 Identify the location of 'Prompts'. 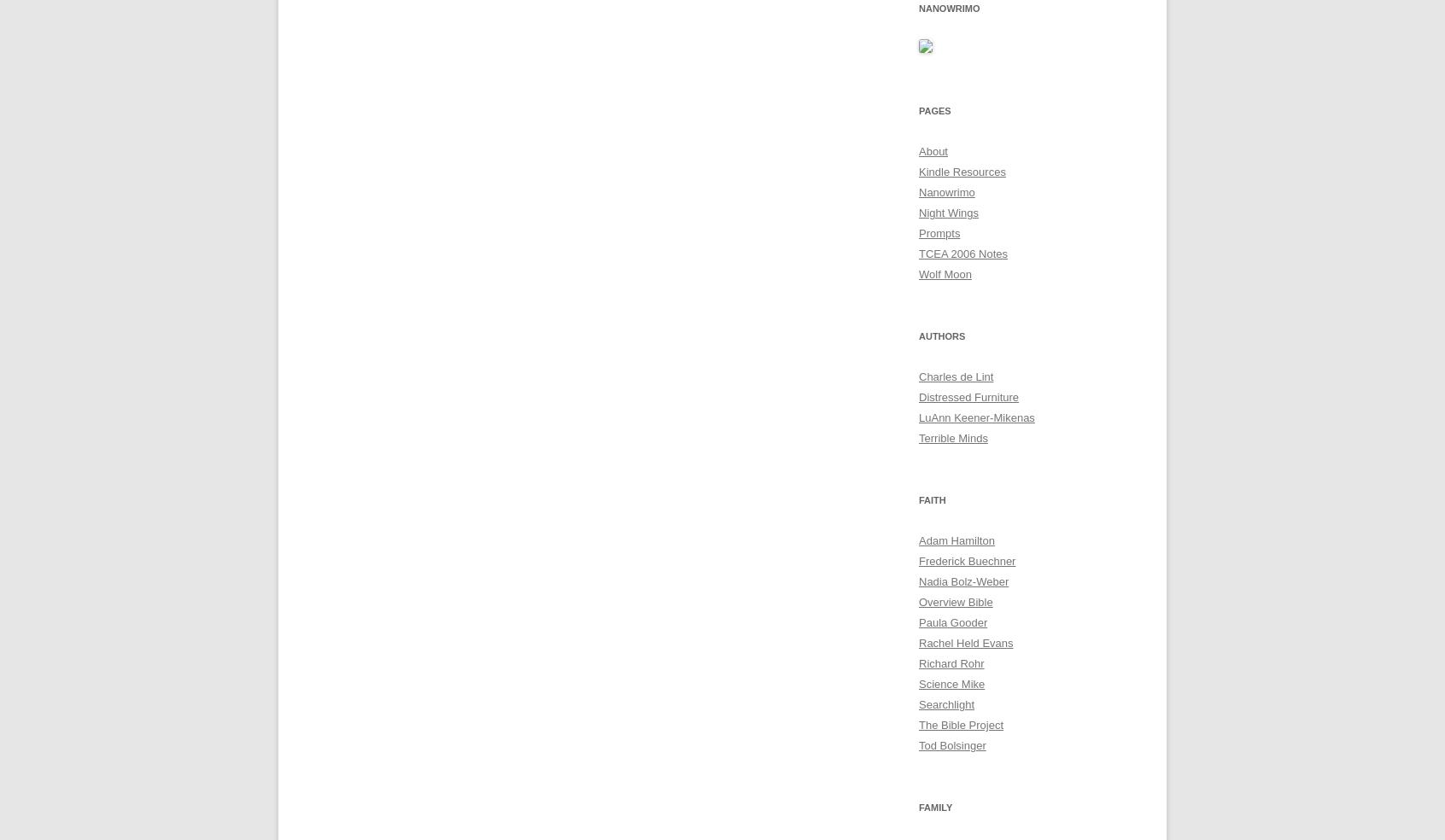
(939, 232).